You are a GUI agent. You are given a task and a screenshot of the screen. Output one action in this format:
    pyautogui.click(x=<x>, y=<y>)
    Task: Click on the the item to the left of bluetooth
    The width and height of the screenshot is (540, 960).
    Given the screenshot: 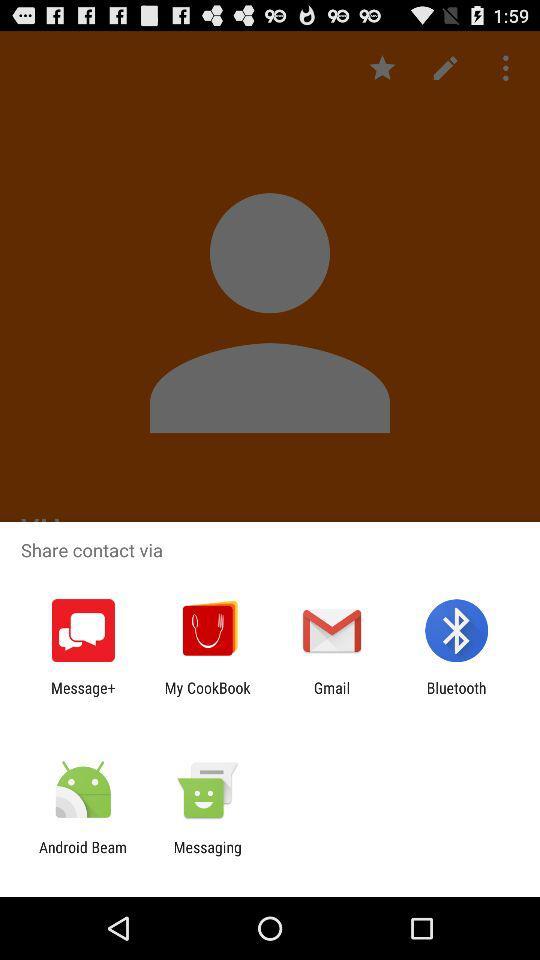 What is the action you would take?
    pyautogui.click(x=332, y=696)
    